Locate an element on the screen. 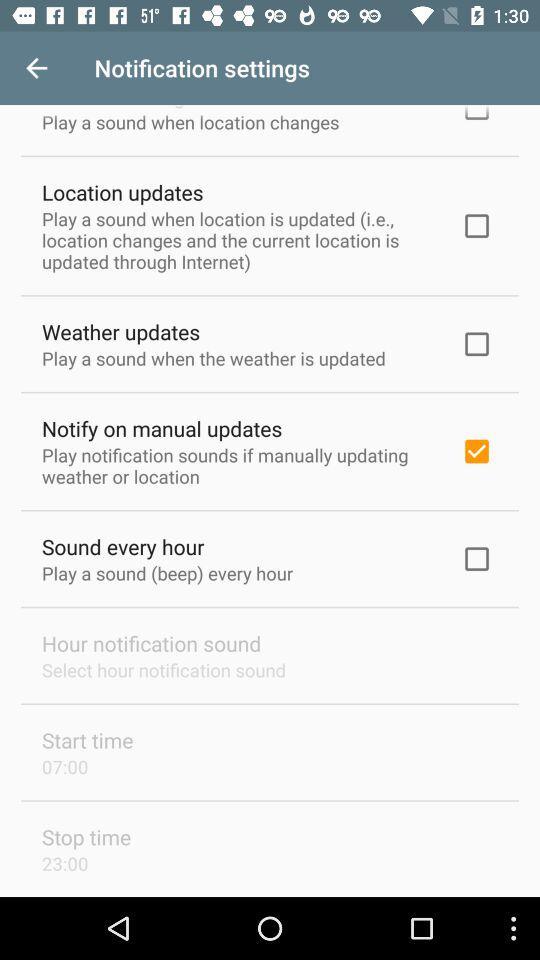 Image resolution: width=540 pixels, height=960 pixels. the icon next to the notification settings icon is located at coordinates (36, 68).